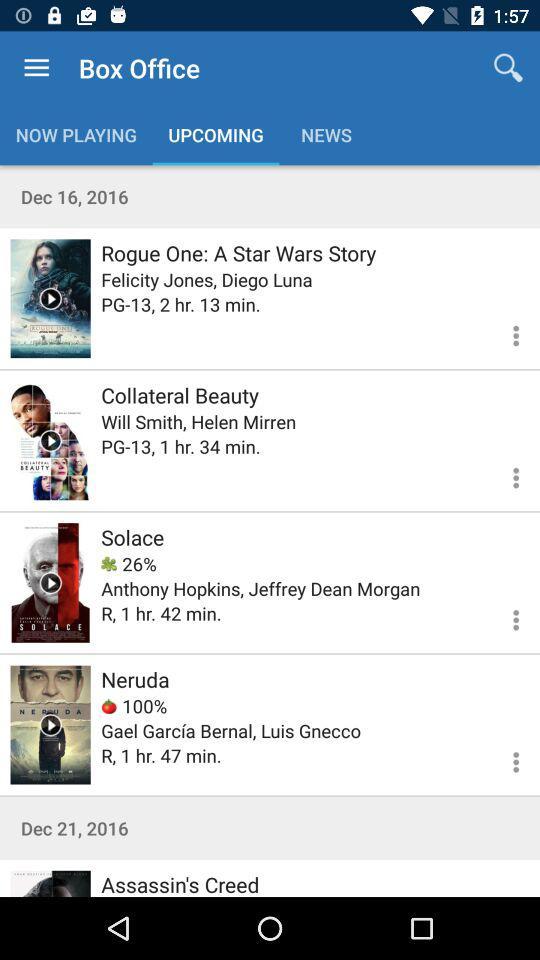 The width and height of the screenshot is (540, 960). Describe the element at coordinates (503, 333) in the screenshot. I see `the details about the movie` at that location.